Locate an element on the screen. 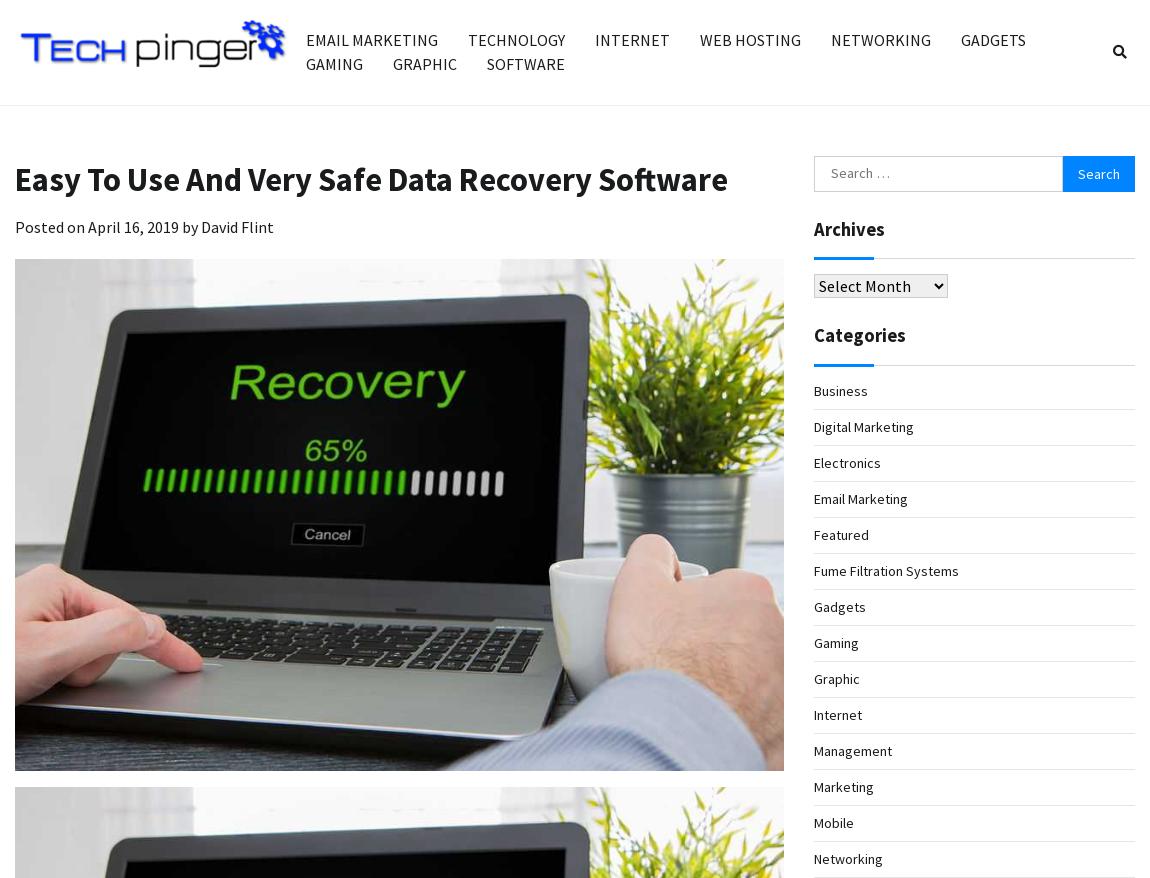  'Technology' is located at coordinates (516, 39).